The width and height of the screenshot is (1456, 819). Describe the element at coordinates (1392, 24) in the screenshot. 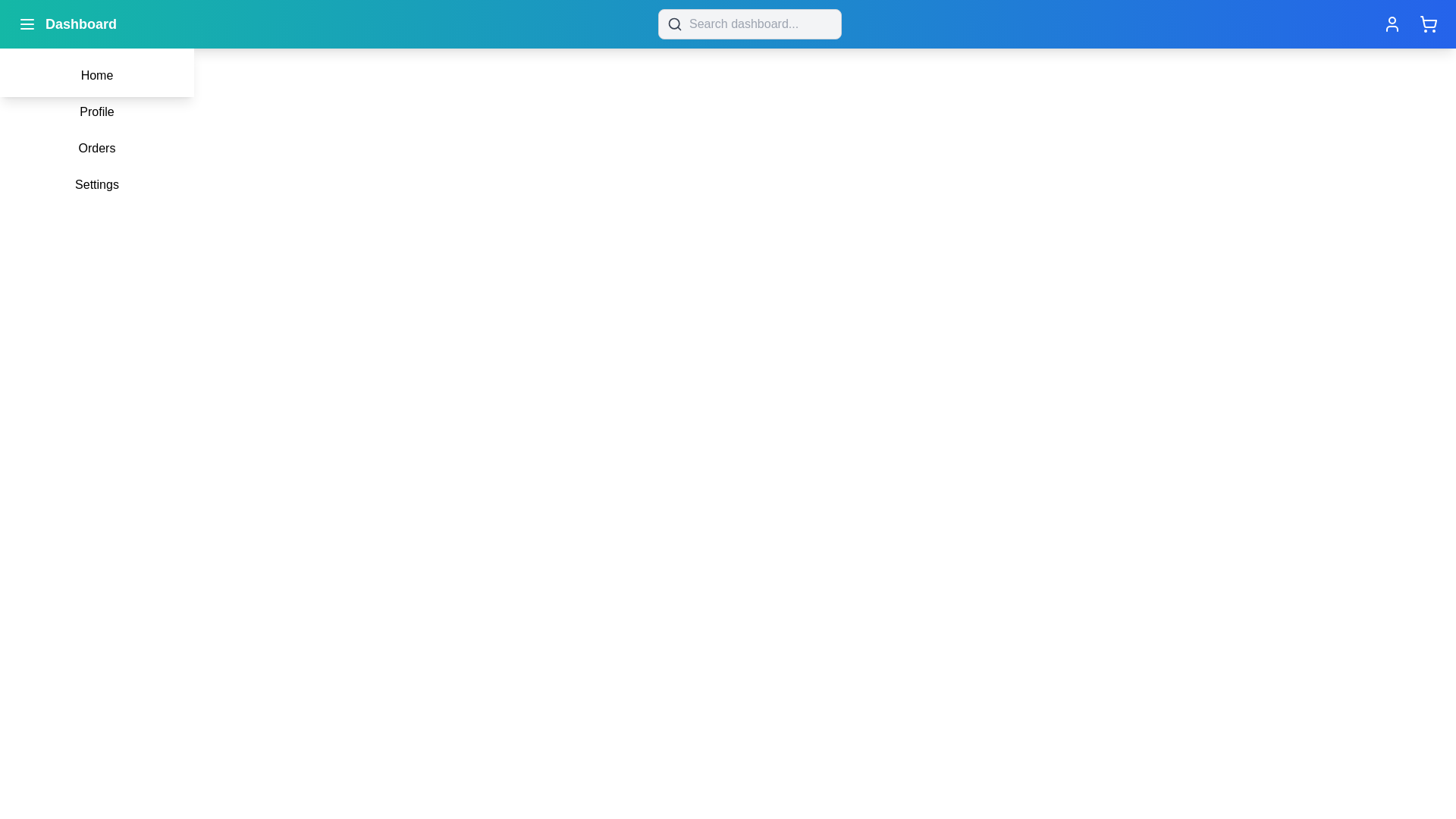

I see `the User Profile icon located on the far right side of the top navigation bar` at that location.